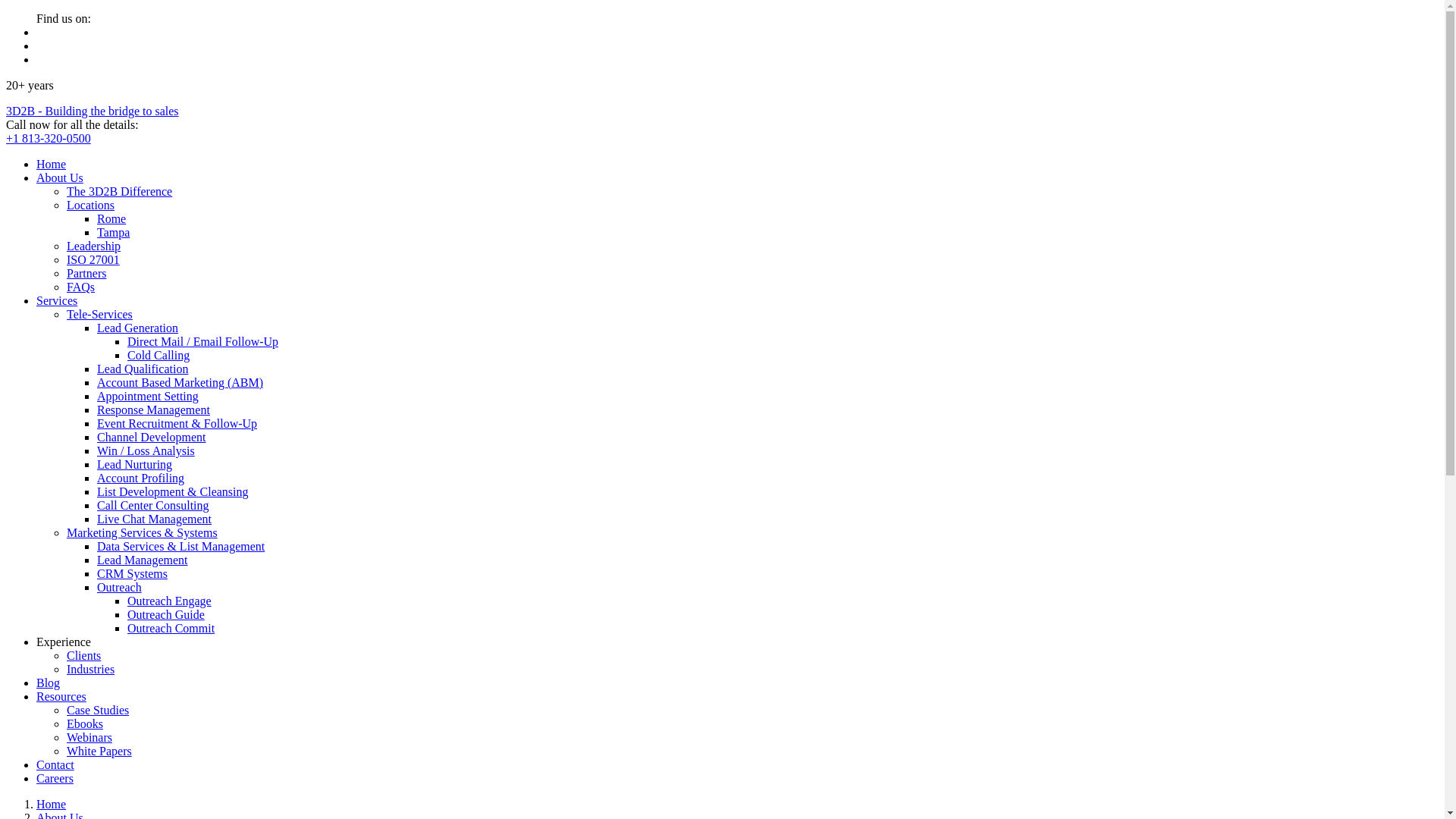 Image resolution: width=1456 pixels, height=819 pixels. I want to click on 'CRM Systems', so click(132, 573).